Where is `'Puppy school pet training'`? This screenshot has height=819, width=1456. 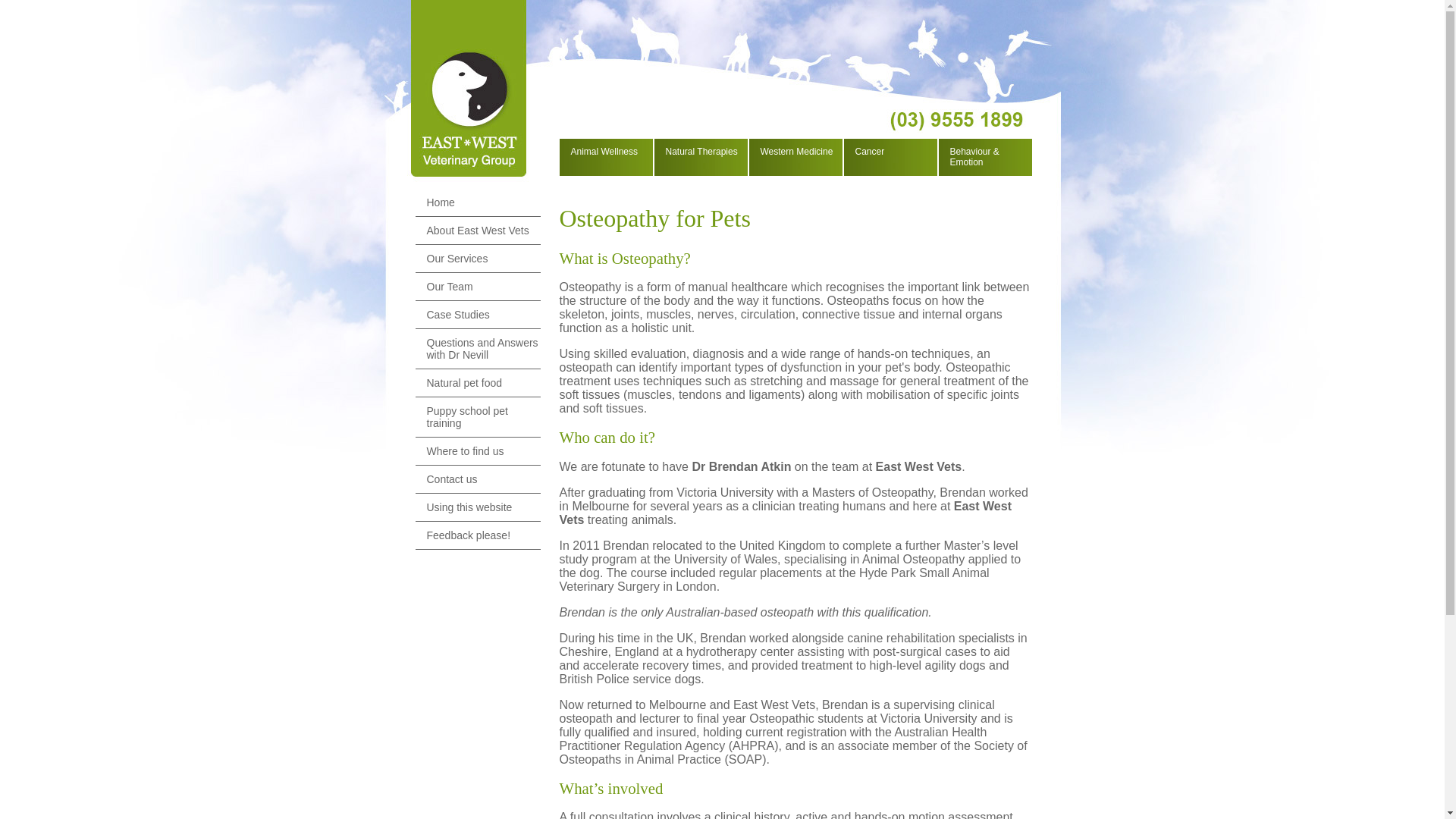
'Puppy school pet training' is located at coordinates (477, 417).